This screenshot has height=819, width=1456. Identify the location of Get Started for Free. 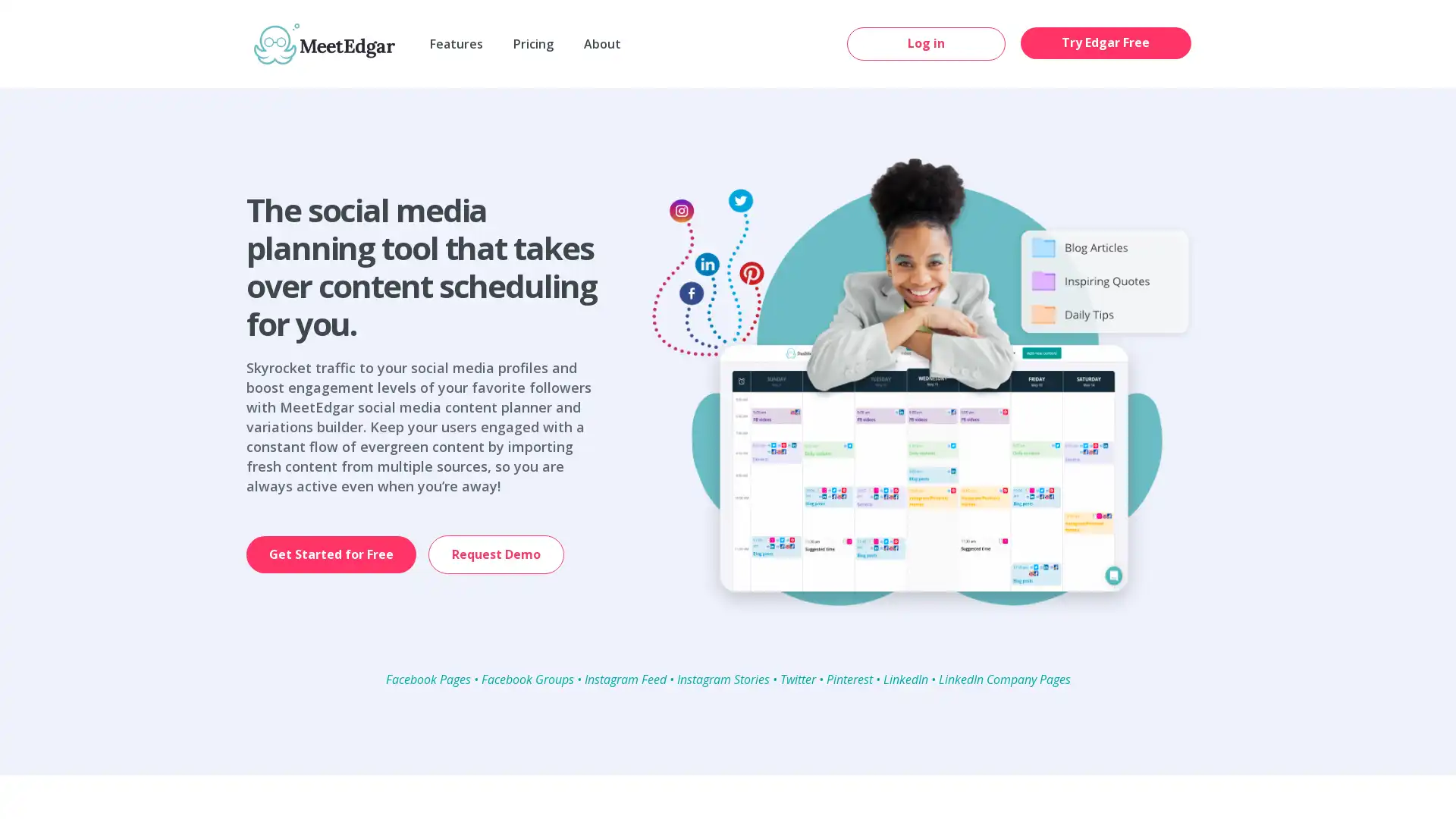
(330, 554).